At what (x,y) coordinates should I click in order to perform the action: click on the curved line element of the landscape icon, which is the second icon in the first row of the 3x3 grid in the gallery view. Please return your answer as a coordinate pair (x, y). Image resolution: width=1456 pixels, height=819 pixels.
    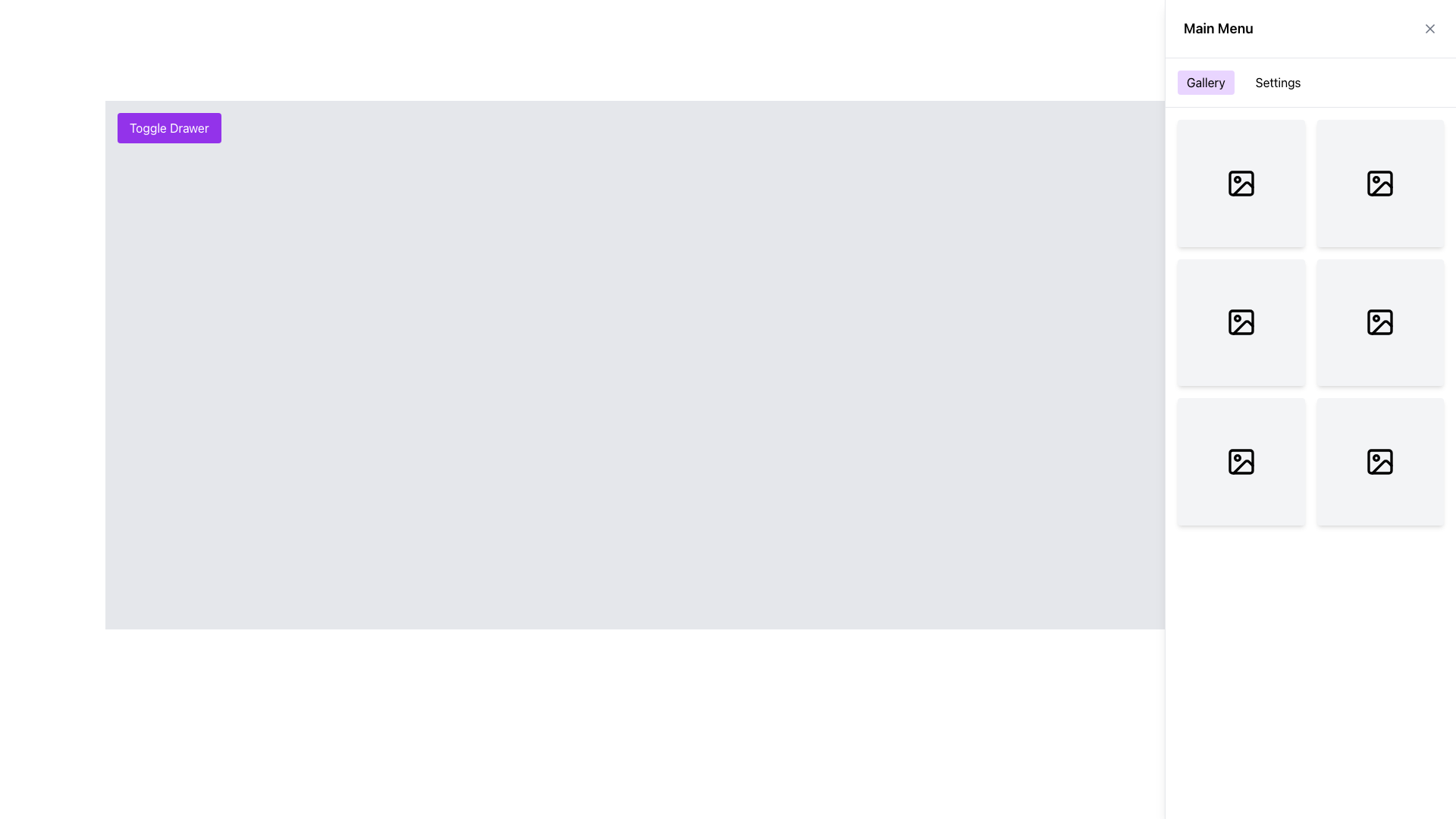
    Looking at the image, I should click on (1382, 187).